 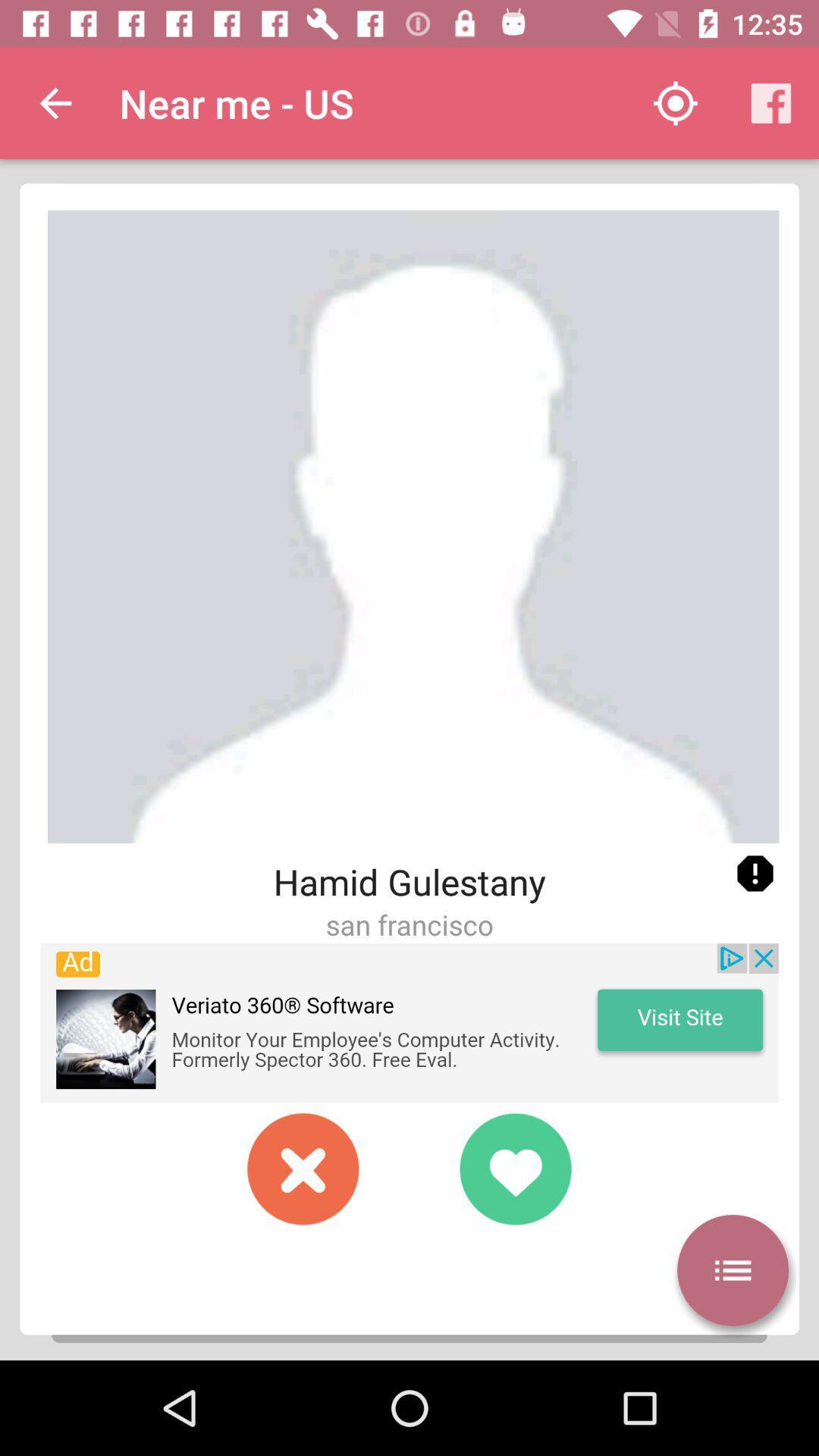 I want to click on warning, so click(x=755, y=874).